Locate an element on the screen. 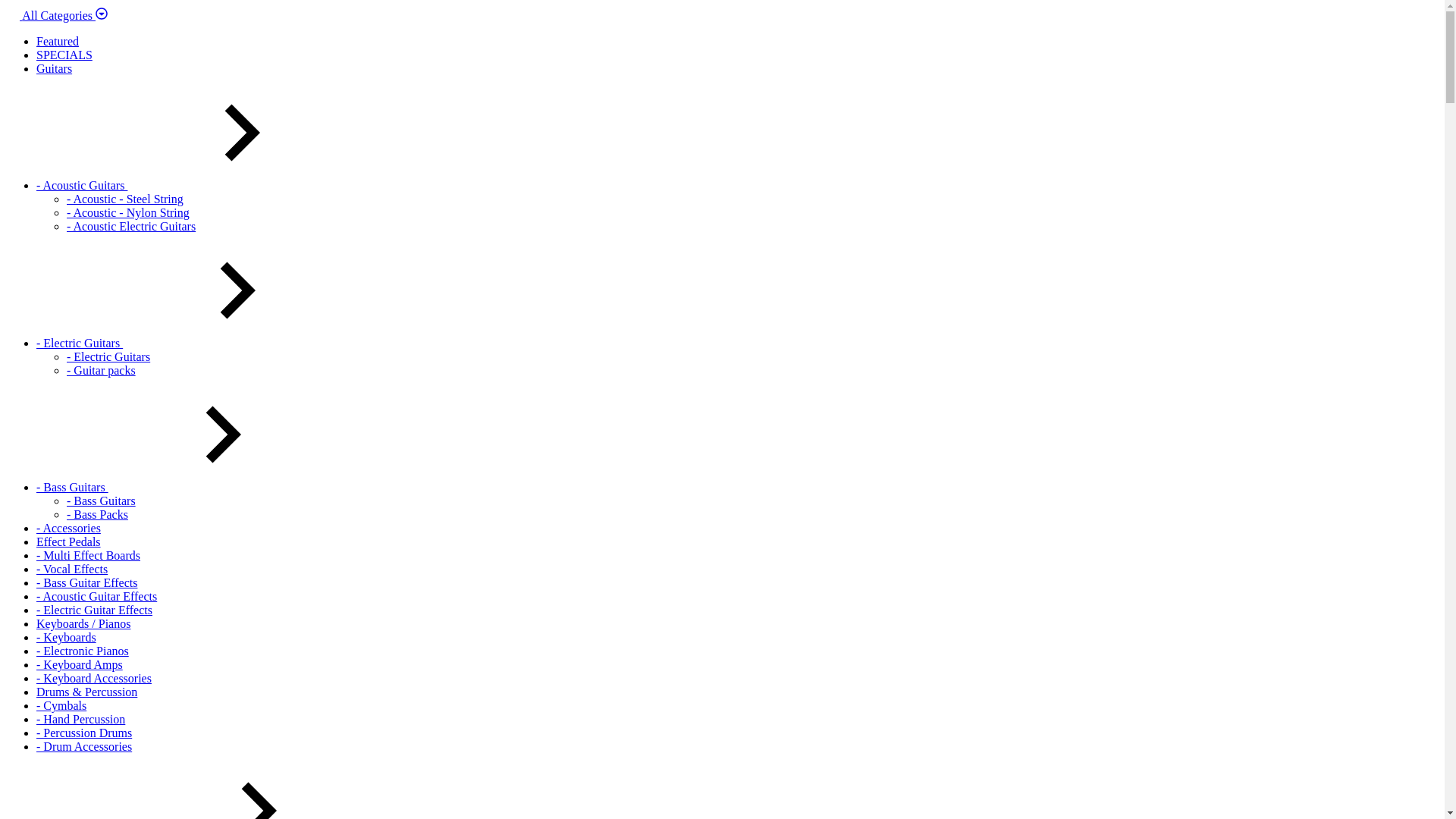 The width and height of the screenshot is (1456, 819). '- Electric Guitar Effects' is located at coordinates (36, 609).